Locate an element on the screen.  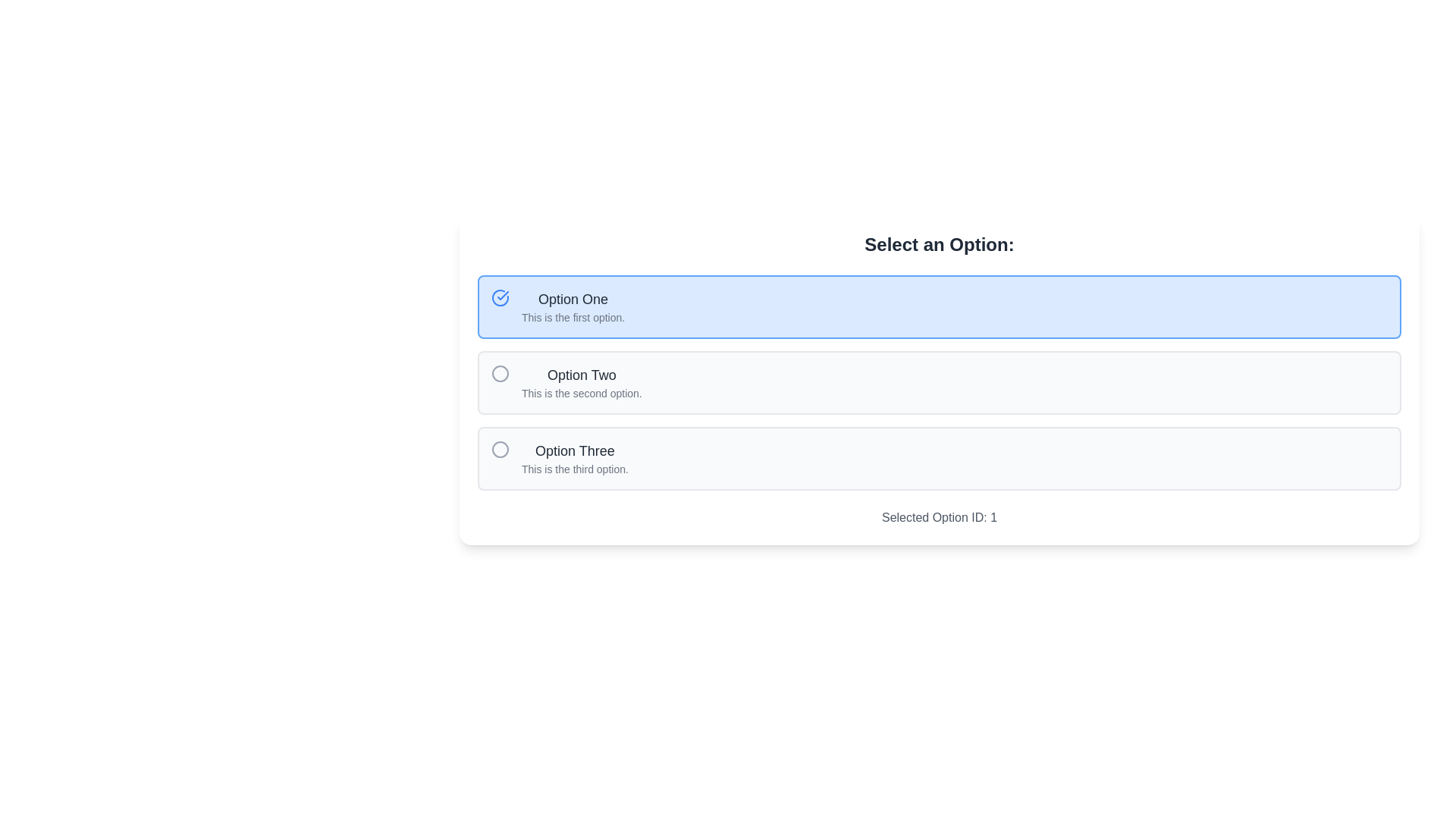
the third selectable list item (radio button) in a vertical list is located at coordinates (938, 458).